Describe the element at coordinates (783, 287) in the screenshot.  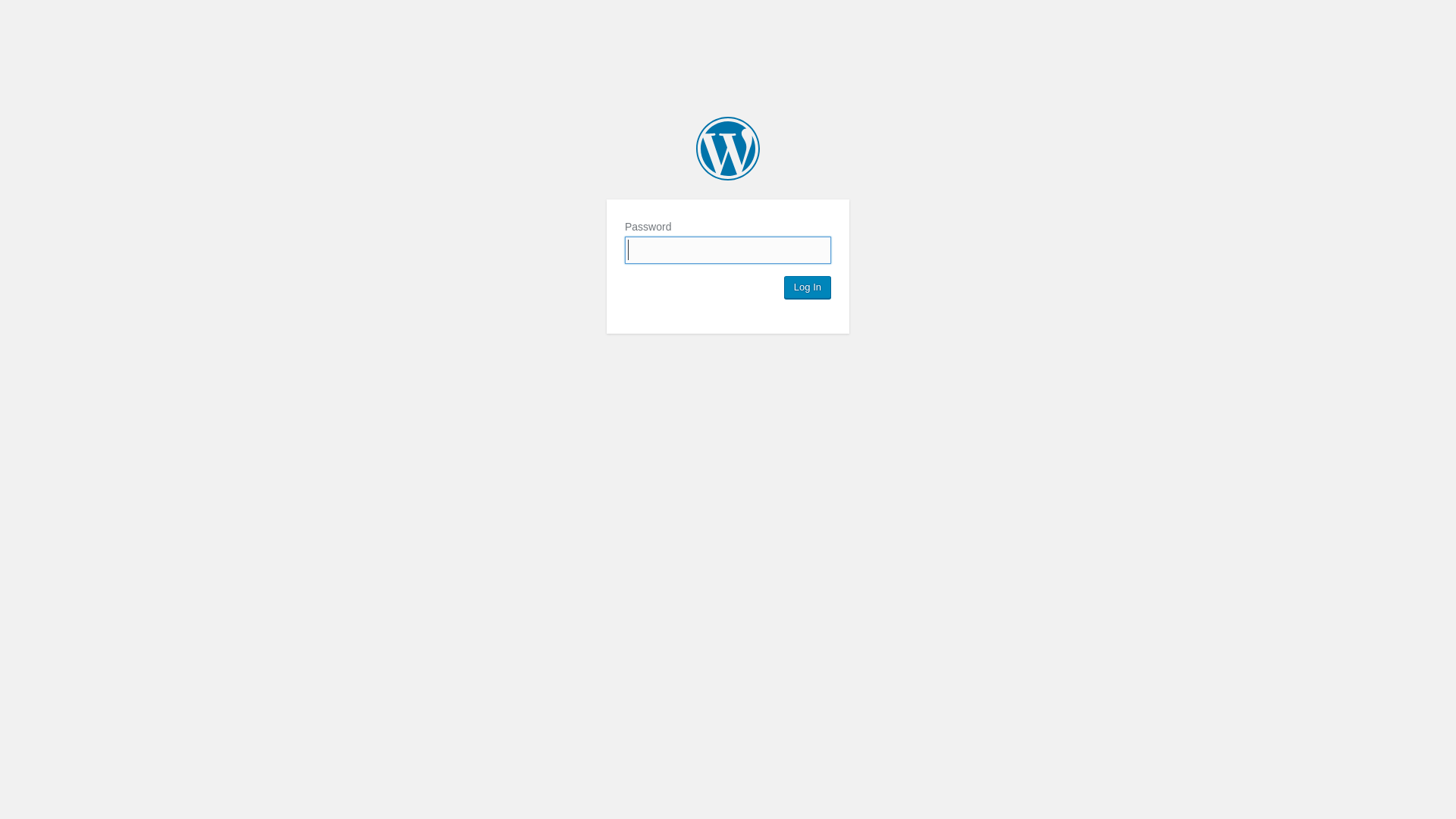
I see `'Log In'` at that location.